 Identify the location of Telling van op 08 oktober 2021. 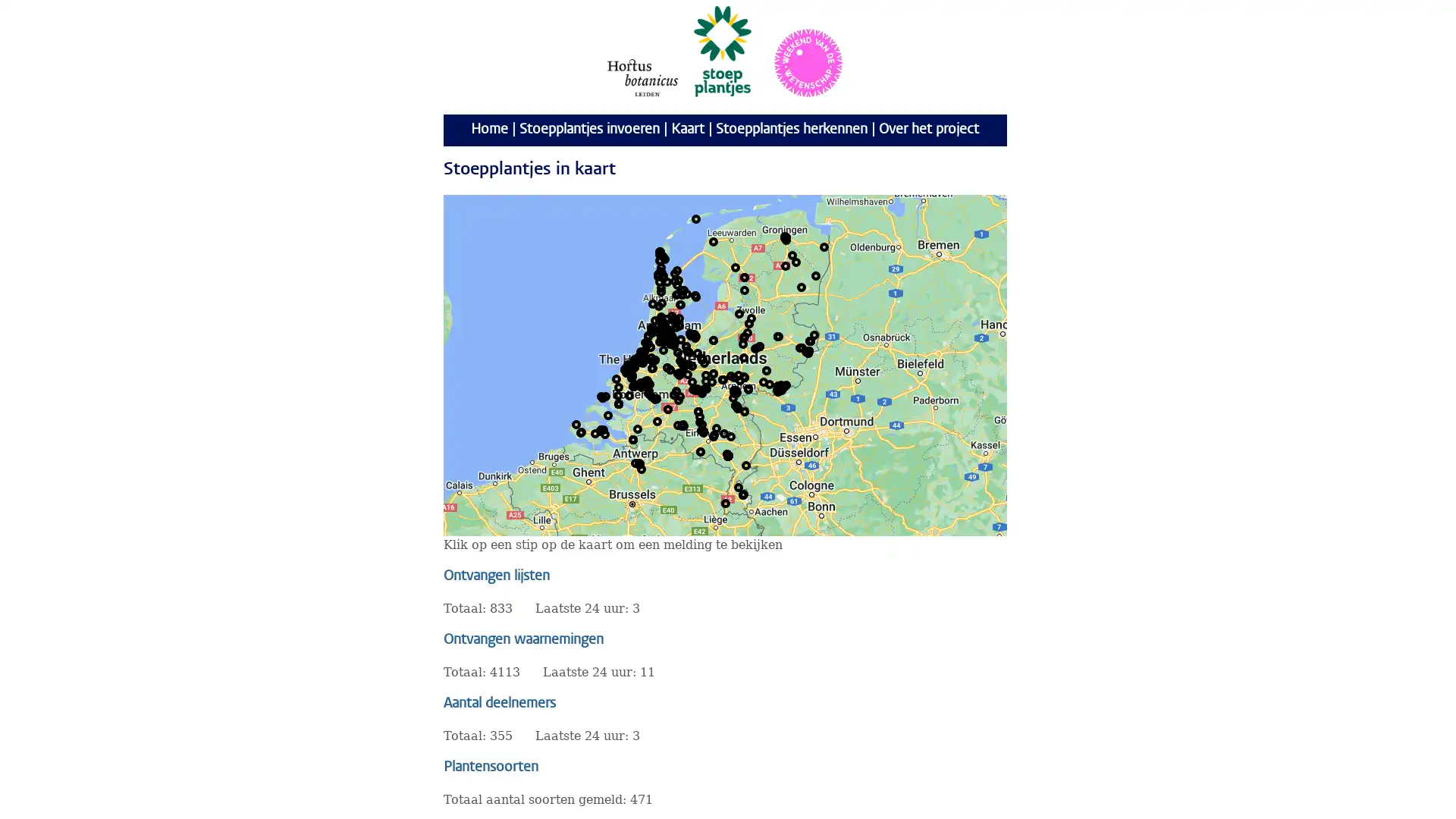
(651, 346).